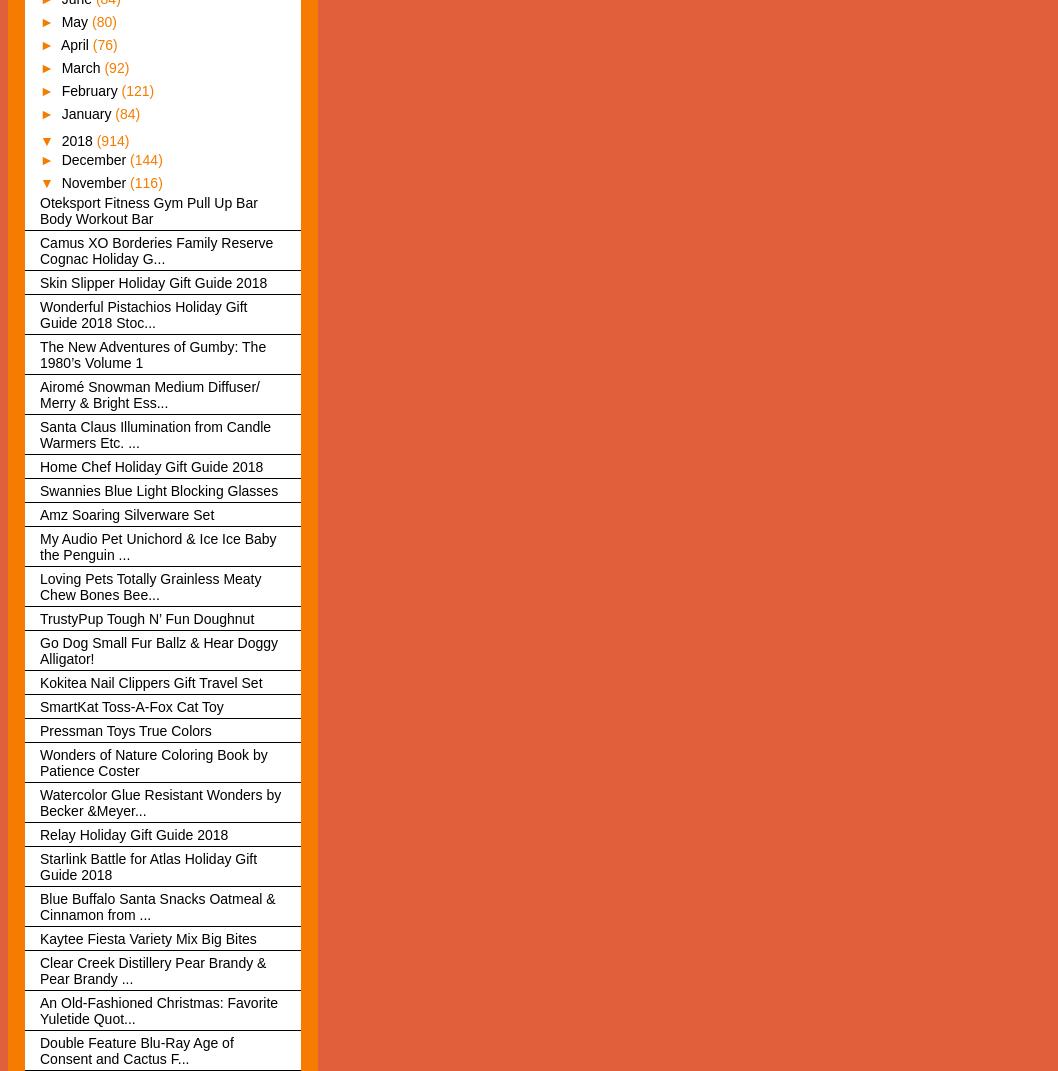 The image size is (1058, 1071). Describe the element at coordinates (147, 209) in the screenshot. I see `'Oteksport Fitness Gym Pull Up Bar Body Workout Bar'` at that location.